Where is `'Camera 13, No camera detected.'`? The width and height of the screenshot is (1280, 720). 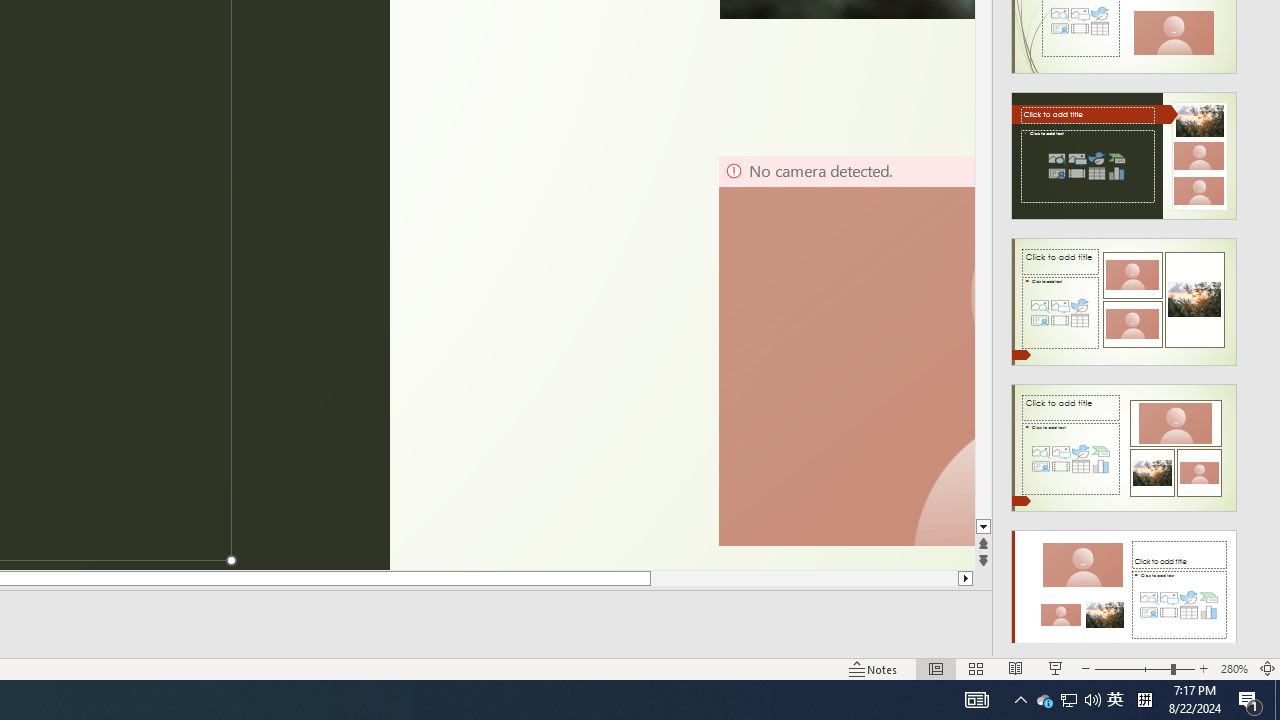 'Camera 13, No camera detected.' is located at coordinates (846, 350).